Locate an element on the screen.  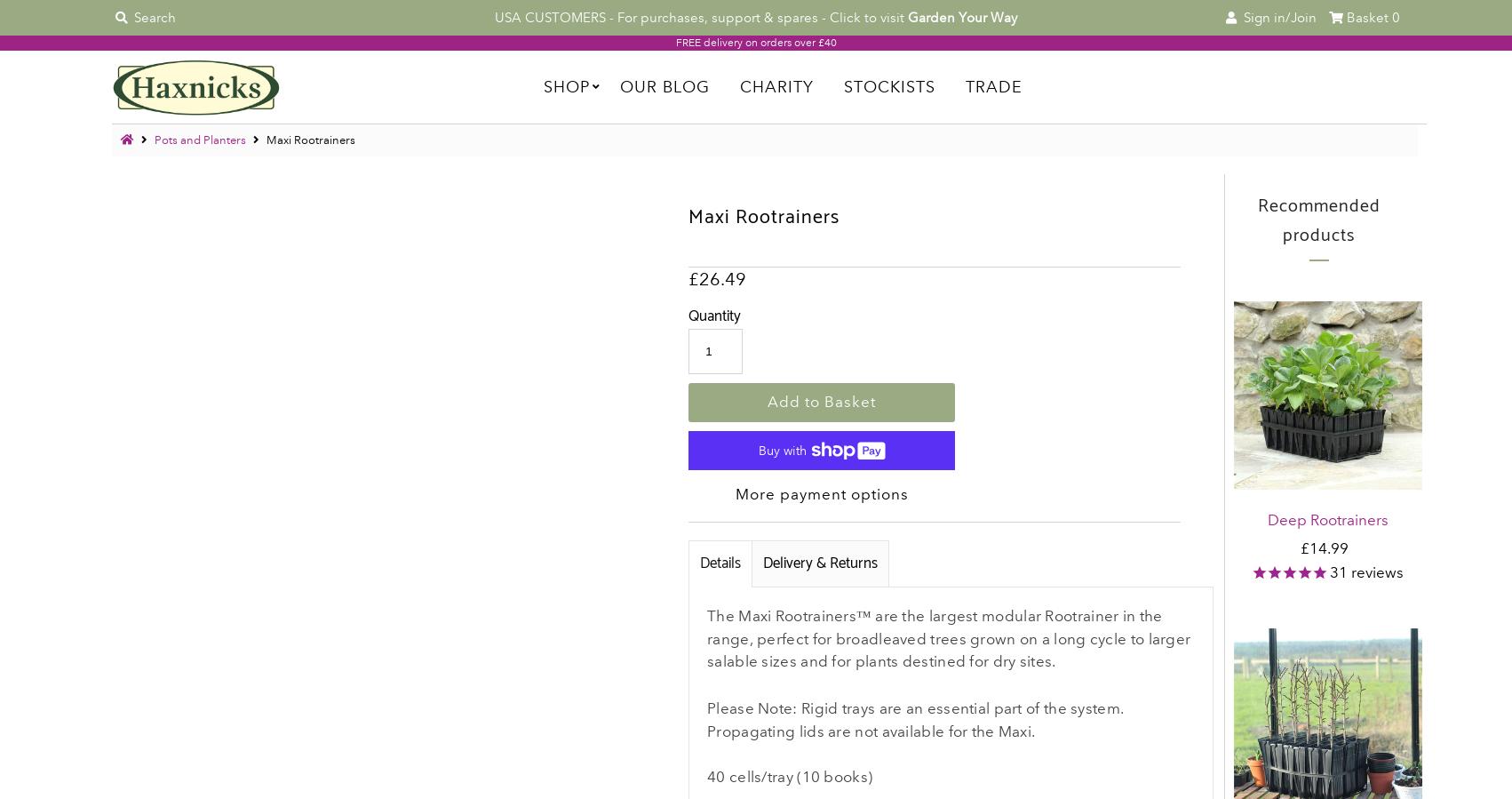
'40 cells/tray (10 books)' is located at coordinates (789, 776).